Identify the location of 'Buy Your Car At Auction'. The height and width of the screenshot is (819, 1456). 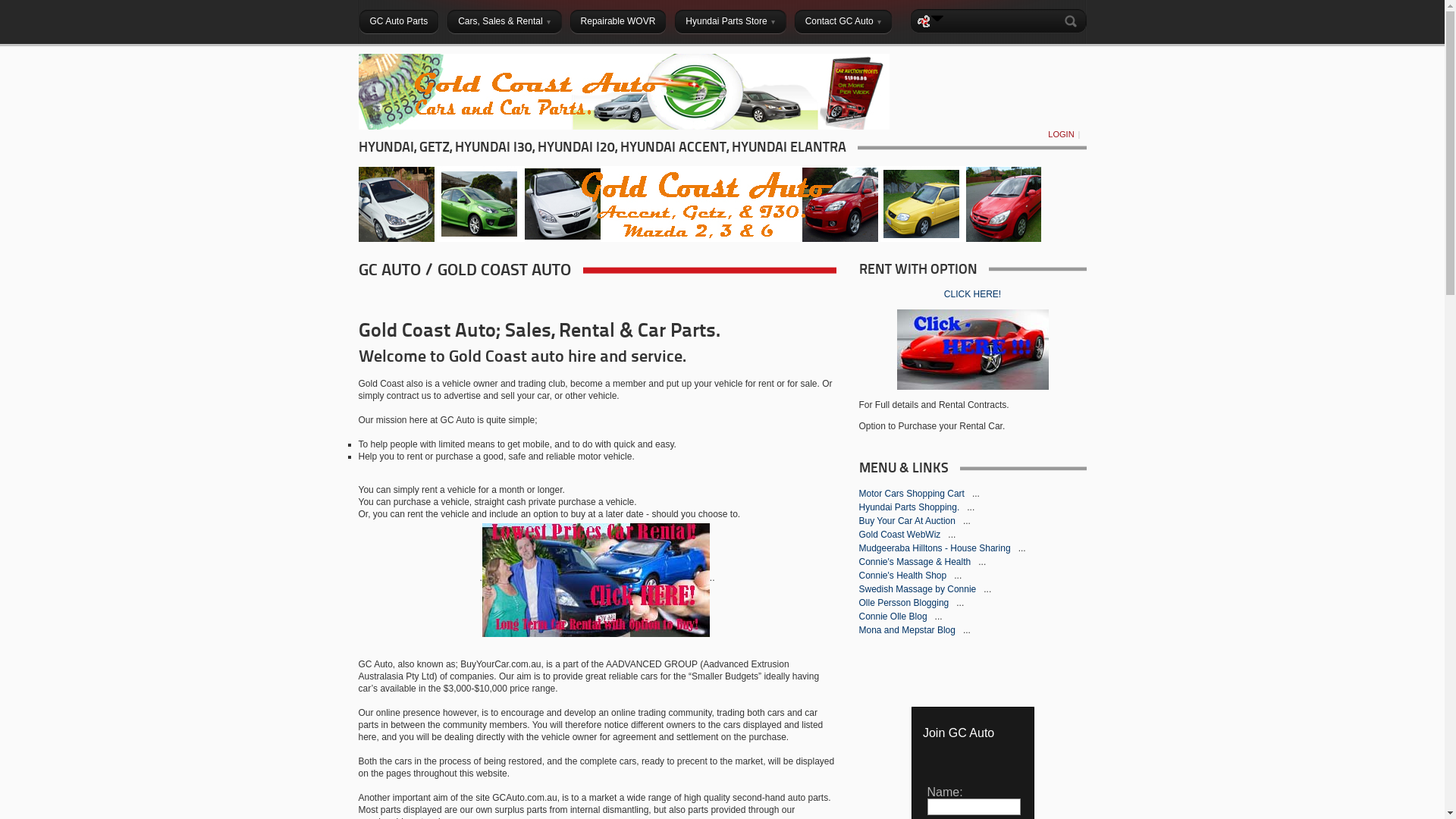
(858, 519).